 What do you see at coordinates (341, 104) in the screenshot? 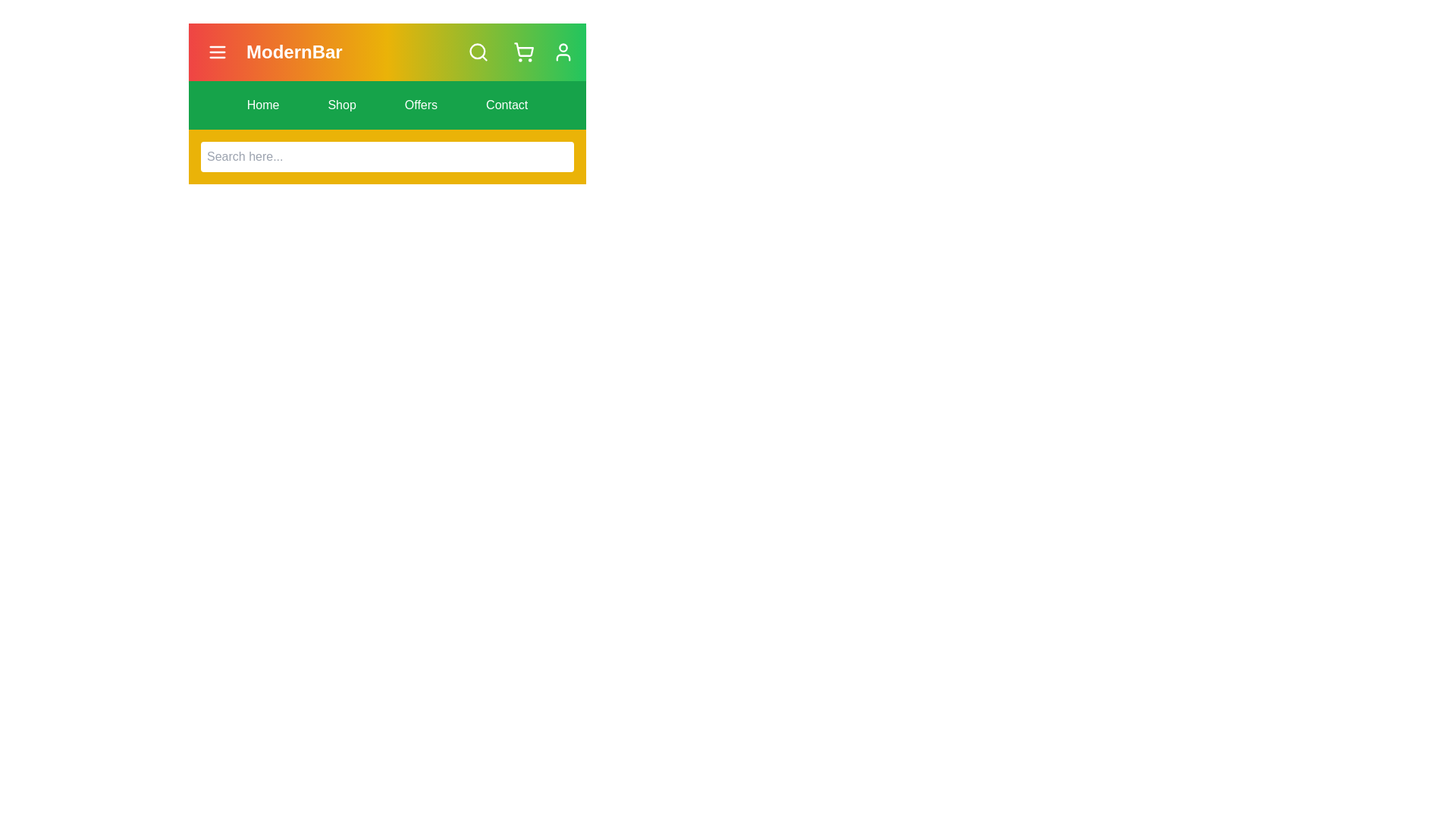
I see `the navigation menu item labeled Shop` at bounding box center [341, 104].